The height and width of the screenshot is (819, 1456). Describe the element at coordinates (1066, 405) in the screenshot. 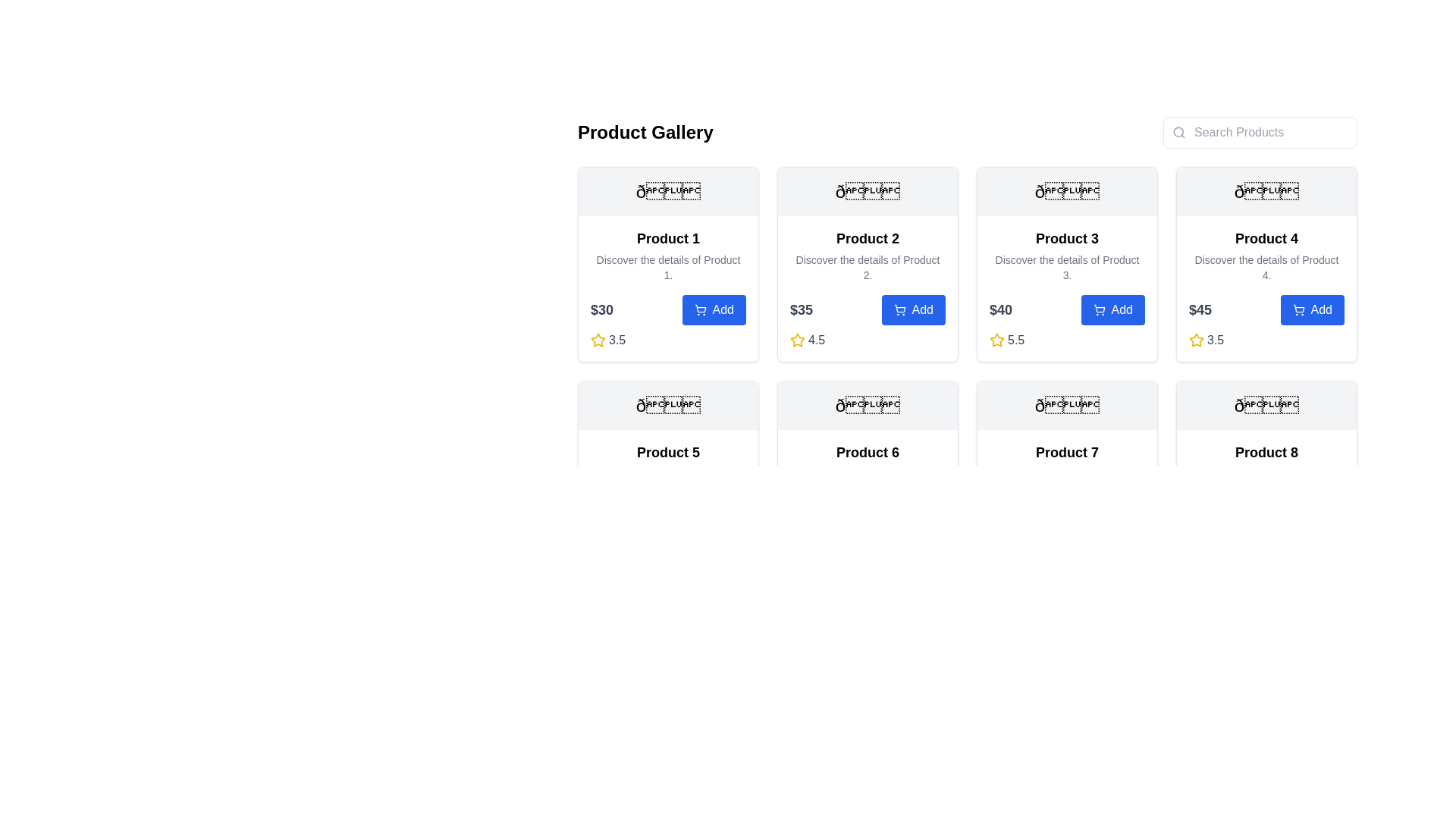

I see `the decorative icon representing 'Product 7' located at the top section of its card, centered horizontally above the text content` at that location.